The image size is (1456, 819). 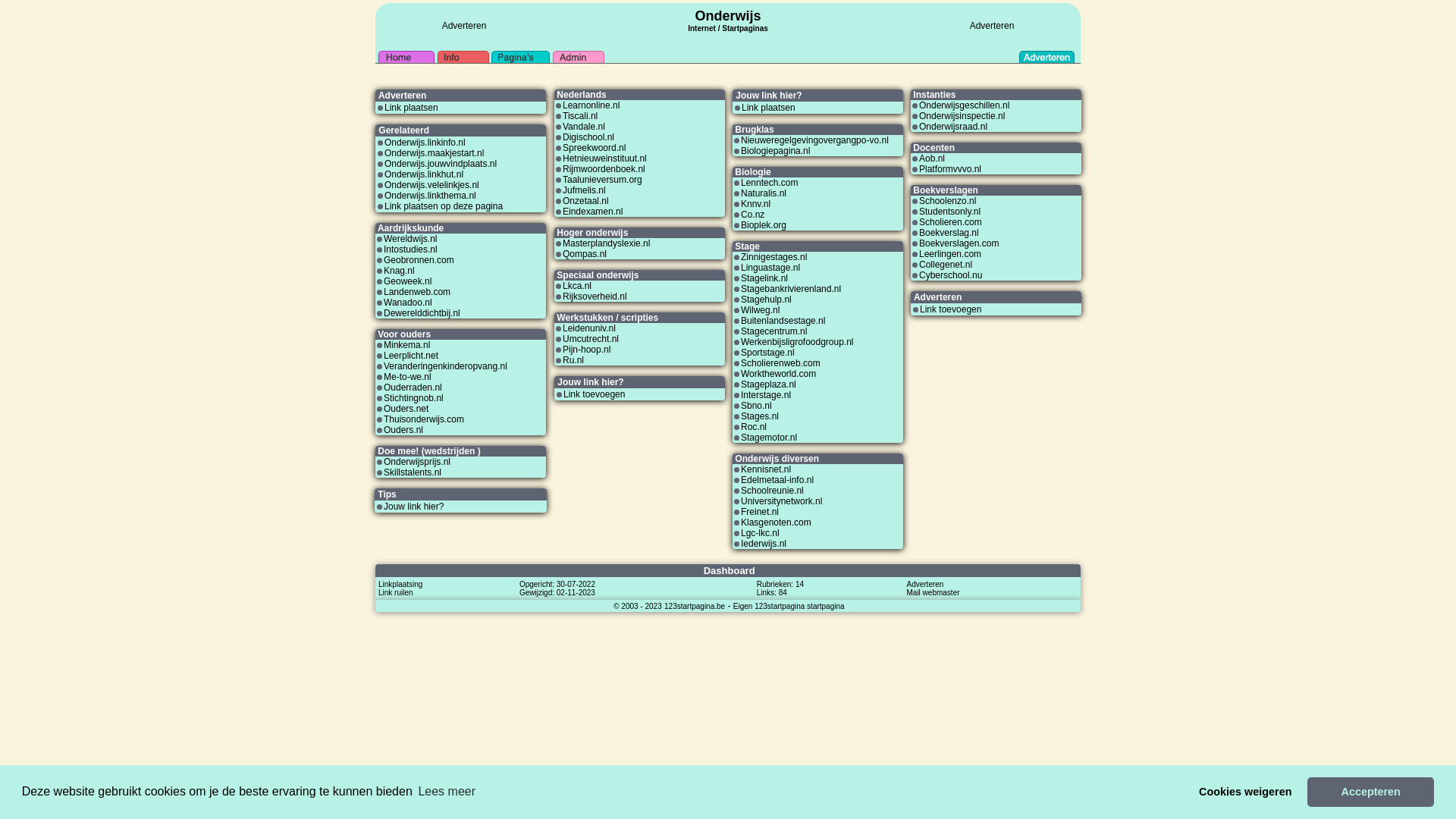 I want to click on 'Cyberschool.nu', so click(x=949, y=275).